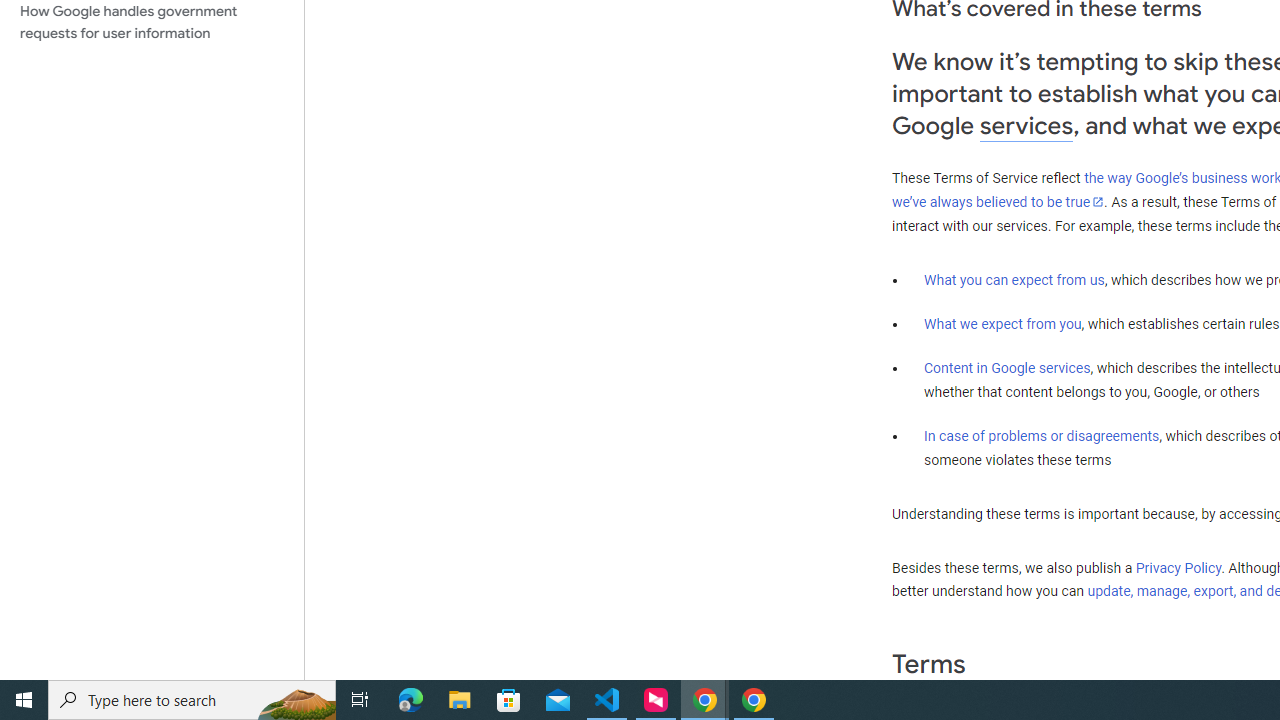  Describe the element at coordinates (1002, 323) in the screenshot. I see `'What we expect from you'` at that location.